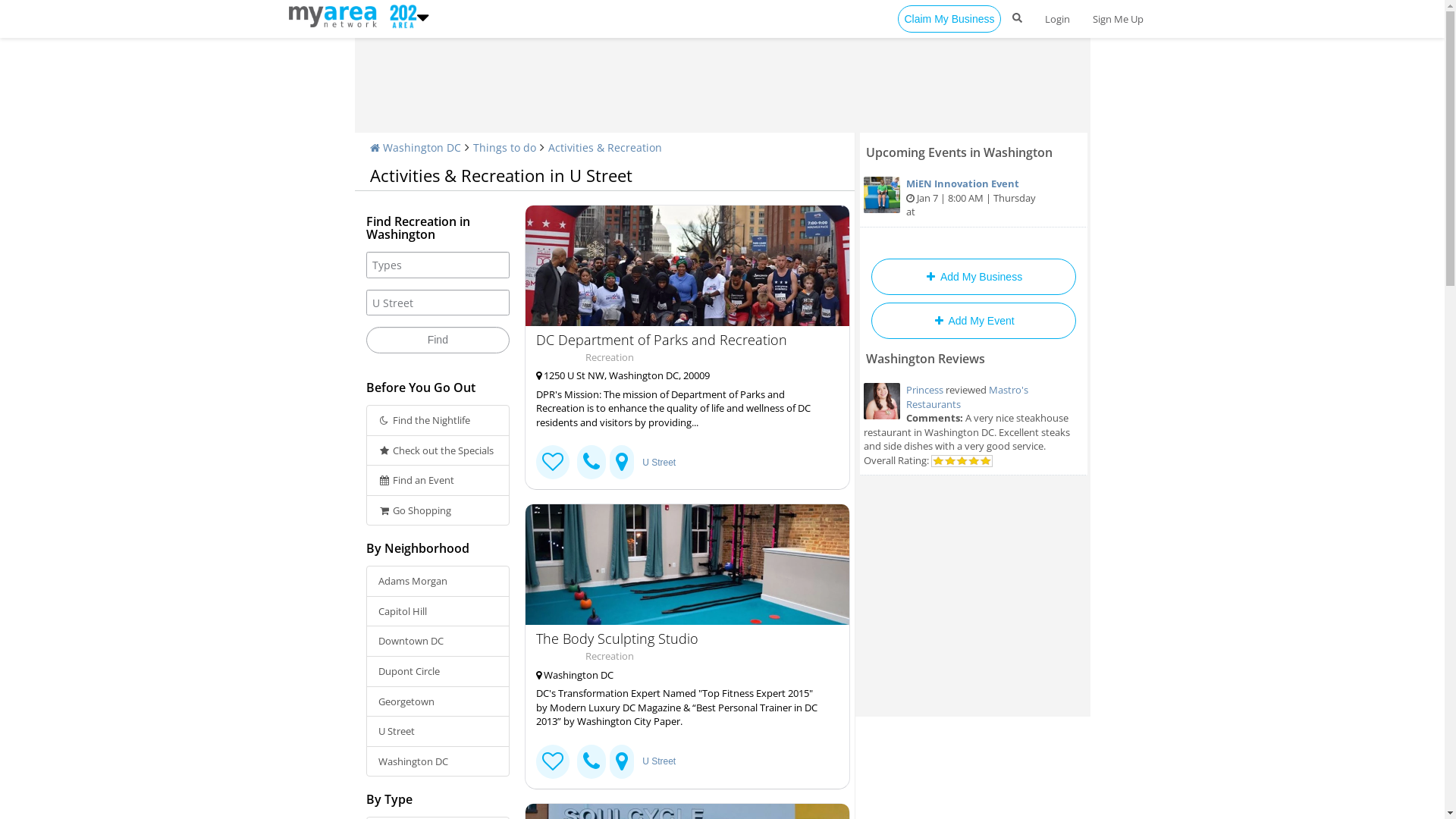 This screenshot has height=819, width=1456. I want to click on 'https://www.202area.com', so click(400, 14).